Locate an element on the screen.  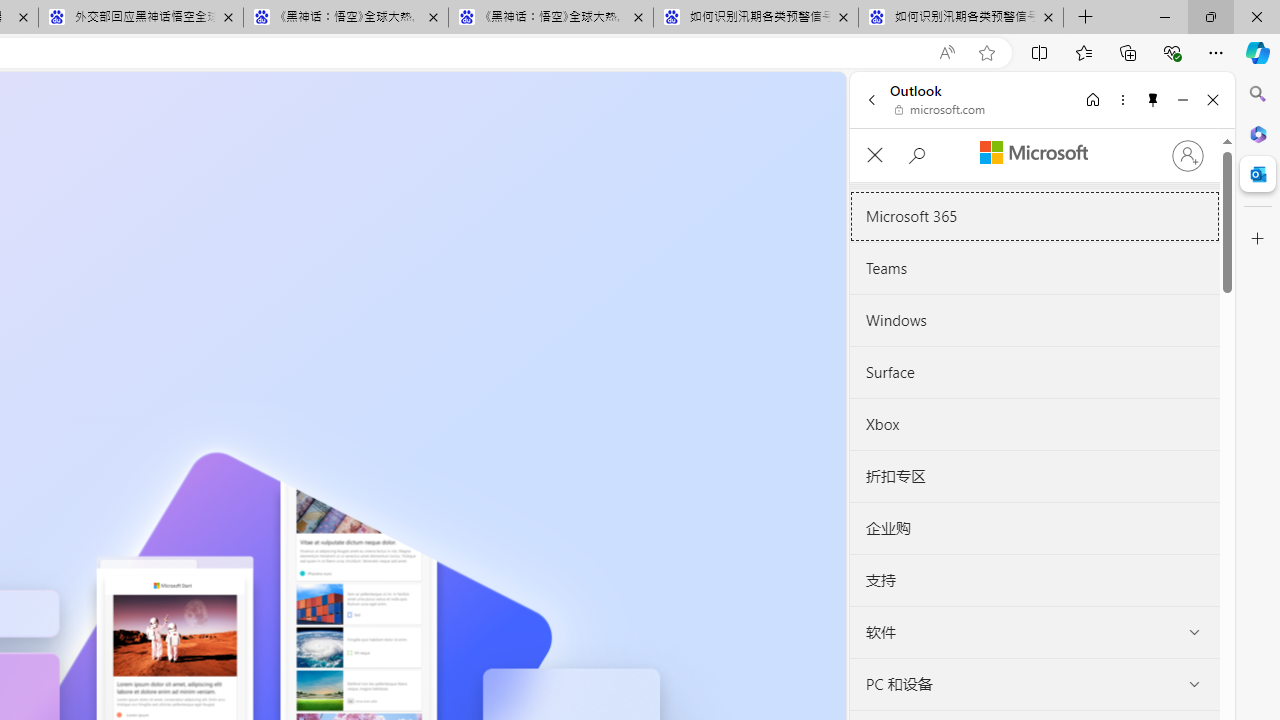
'Surface' is located at coordinates (1034, 372).